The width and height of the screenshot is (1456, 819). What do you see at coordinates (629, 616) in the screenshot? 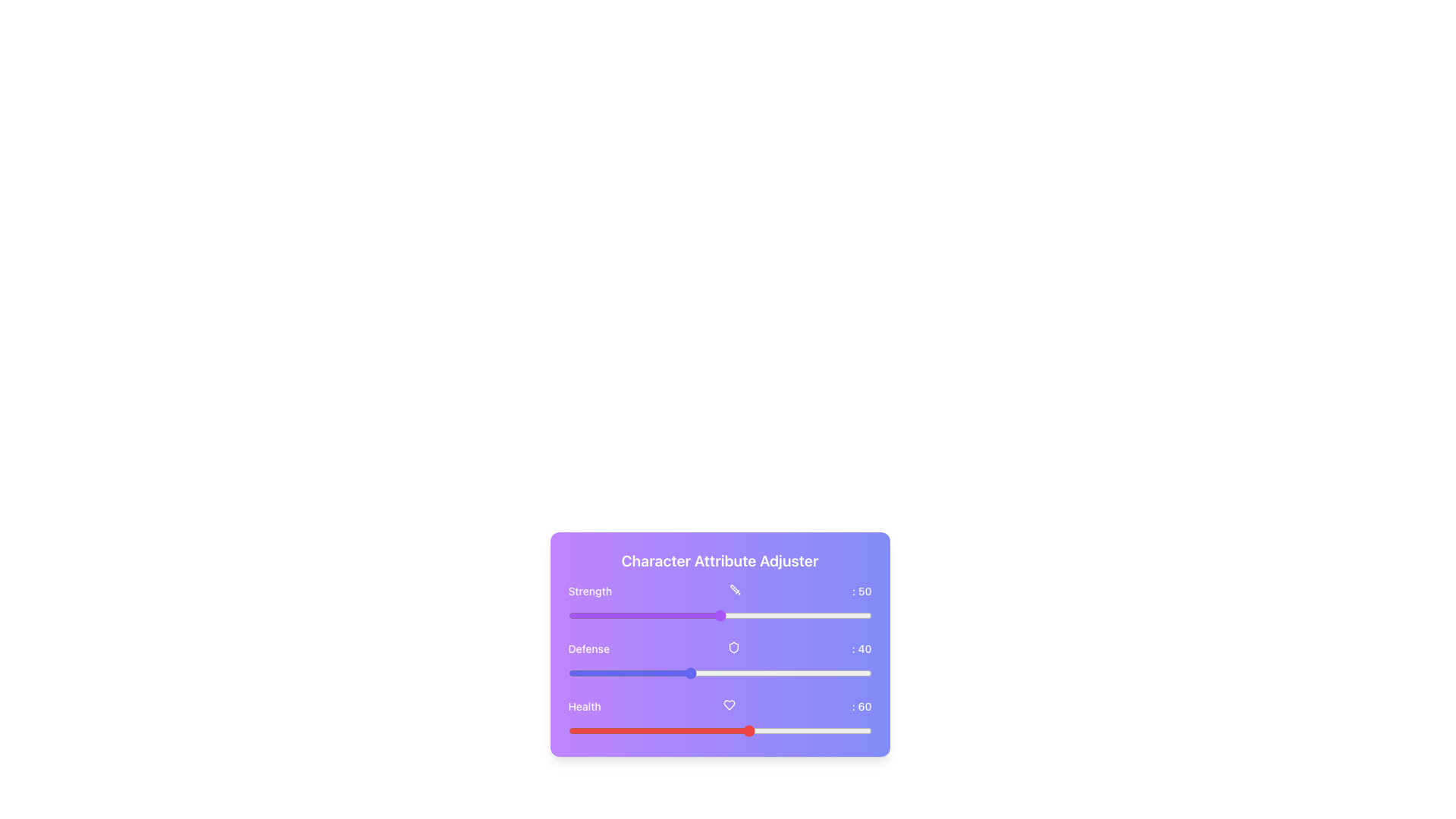
I see `the Strength value` at bounding box center [629, 616].